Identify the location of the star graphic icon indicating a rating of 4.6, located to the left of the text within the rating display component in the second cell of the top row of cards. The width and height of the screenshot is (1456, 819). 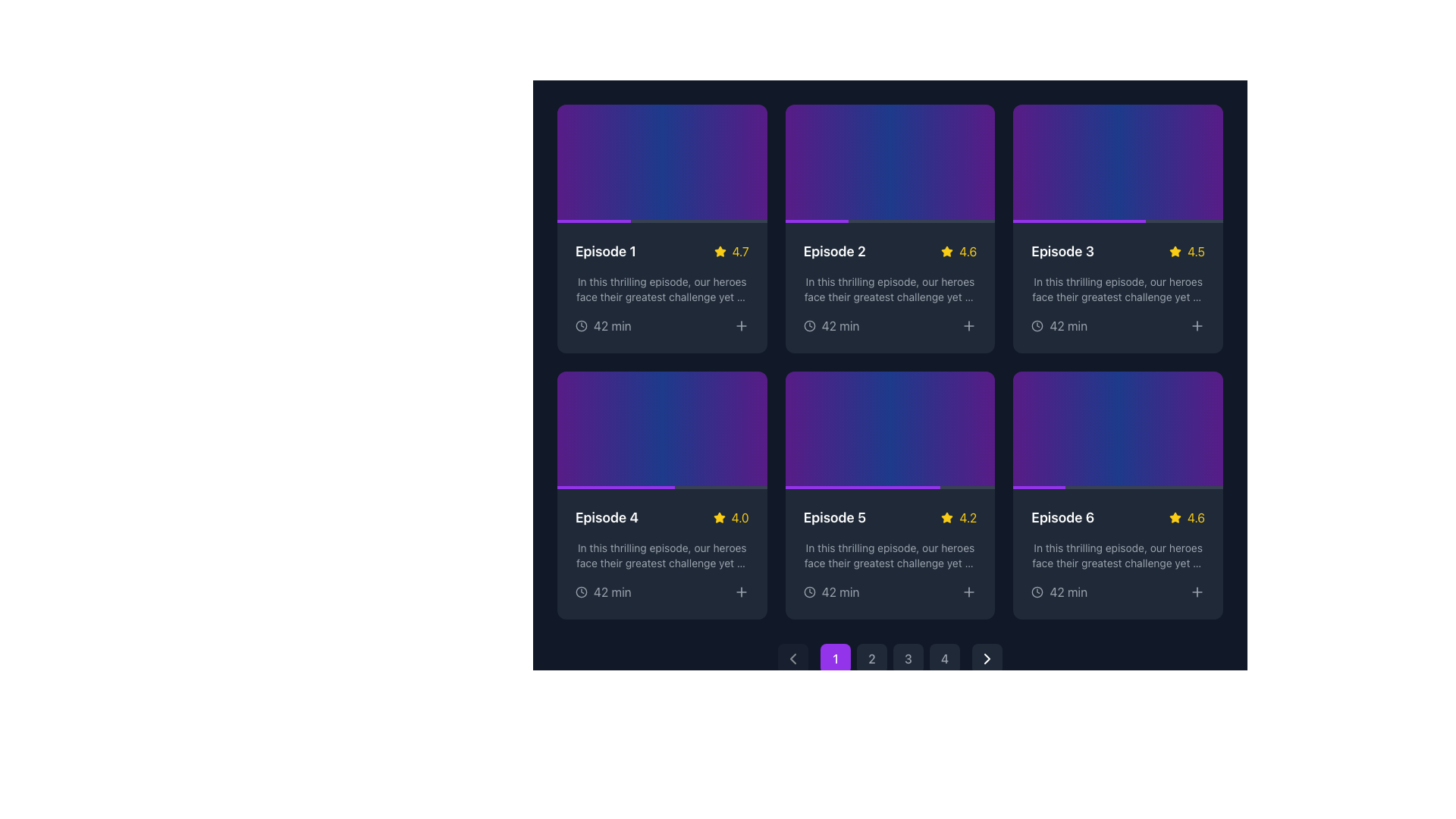
(1174, 517).